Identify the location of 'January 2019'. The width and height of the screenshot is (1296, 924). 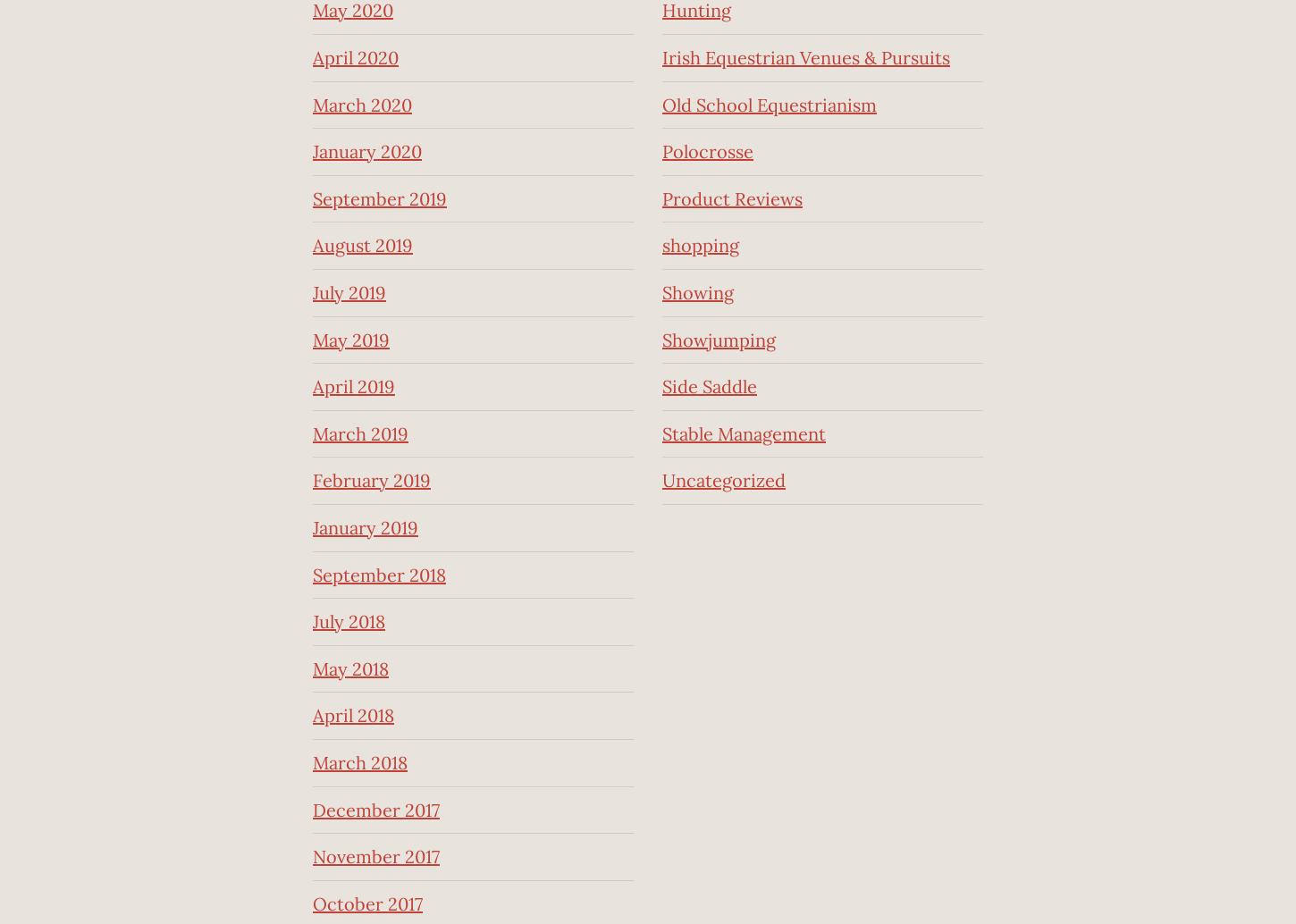
(365, 527).